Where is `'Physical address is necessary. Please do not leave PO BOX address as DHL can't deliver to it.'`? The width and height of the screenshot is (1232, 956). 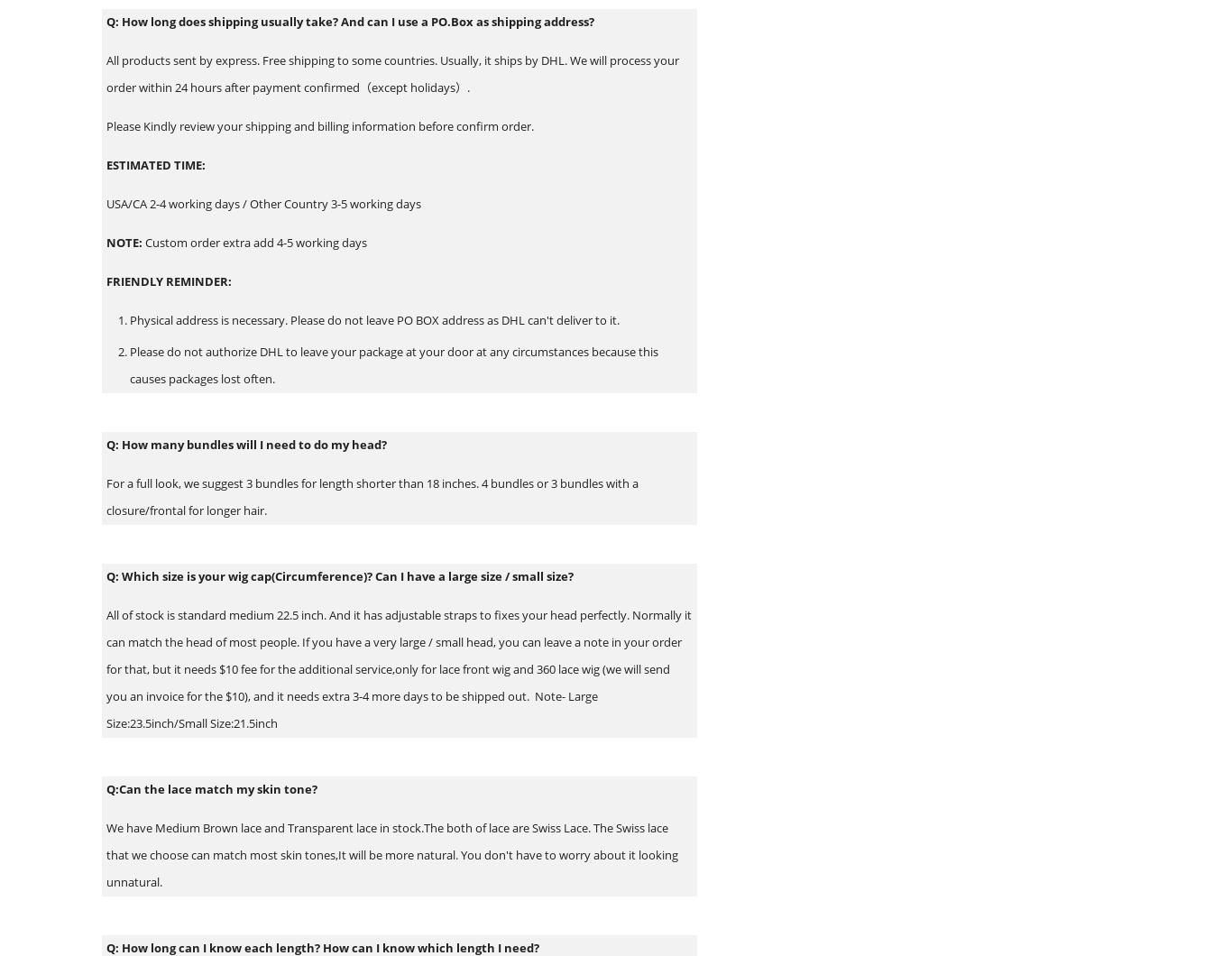 'Physical address is necessary. Please do not leave PO BOX address as DHL can't deliver to it.' is located at coordinates (128, 319).